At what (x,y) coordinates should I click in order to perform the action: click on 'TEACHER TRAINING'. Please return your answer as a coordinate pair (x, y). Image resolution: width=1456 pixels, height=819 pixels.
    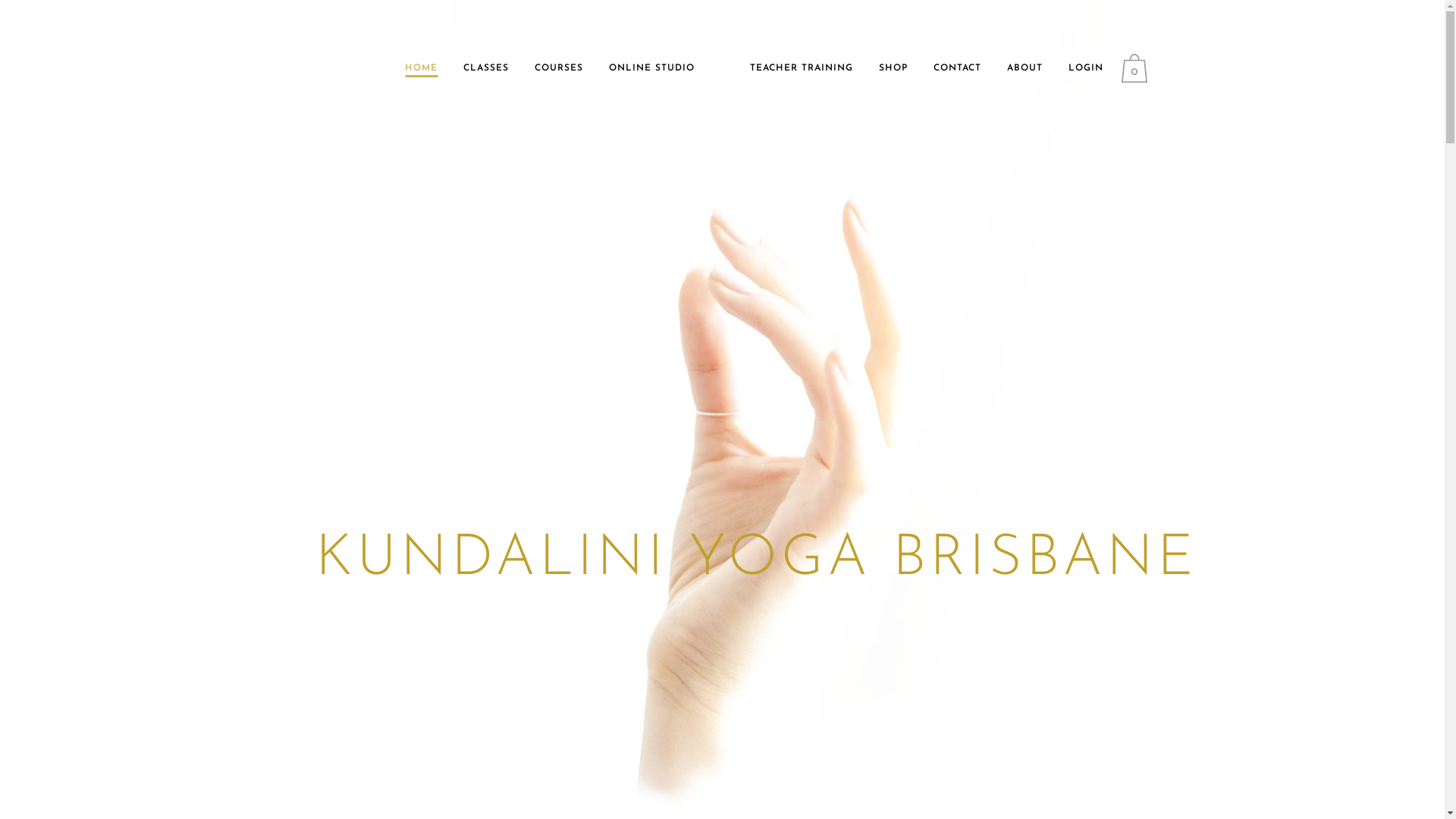
    Looking at the image, I should click on (800, 67).